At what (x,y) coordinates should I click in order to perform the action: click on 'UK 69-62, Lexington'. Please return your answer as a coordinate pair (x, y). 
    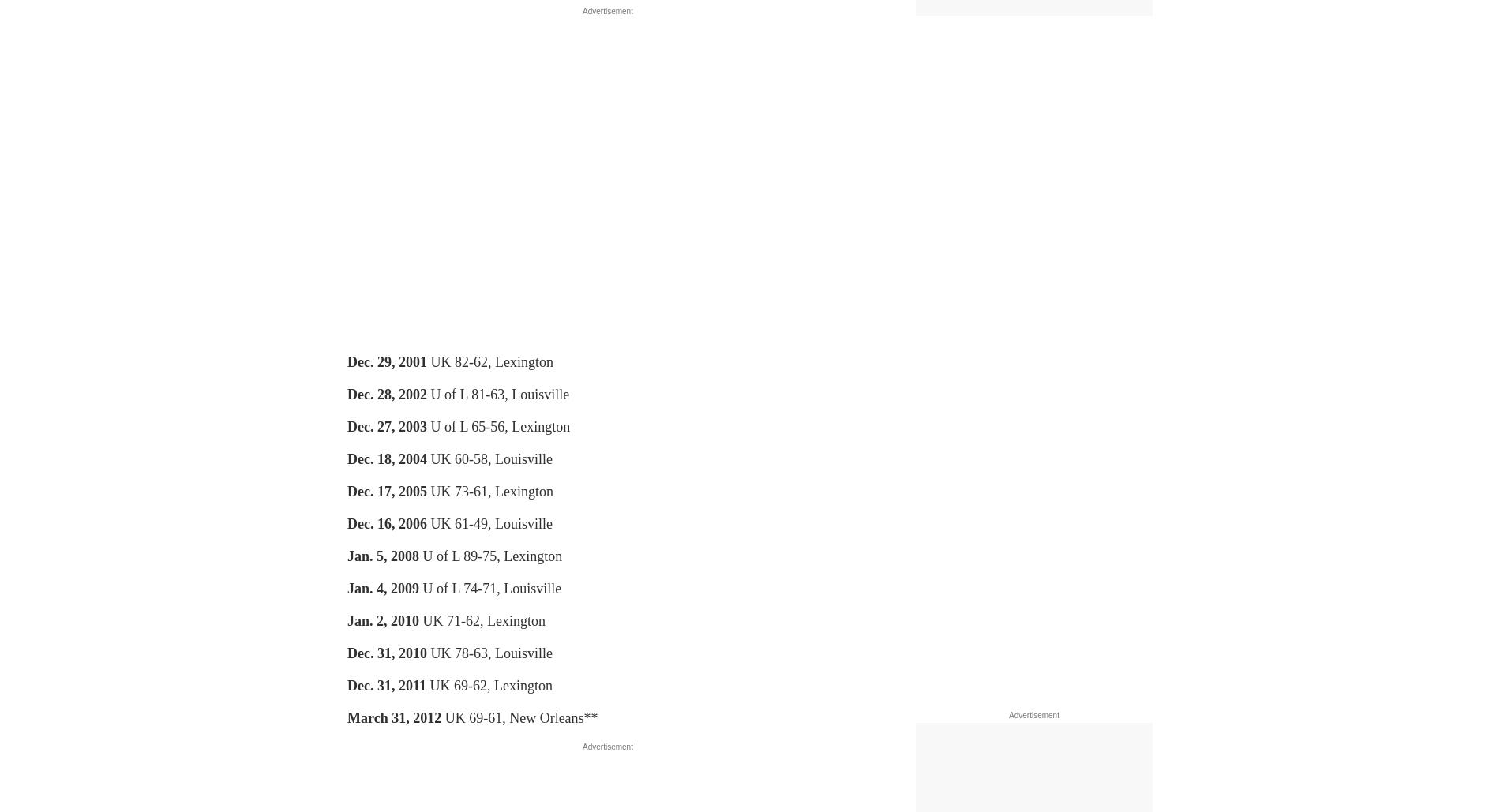
    Looking at the image, I should click on (489, 684).